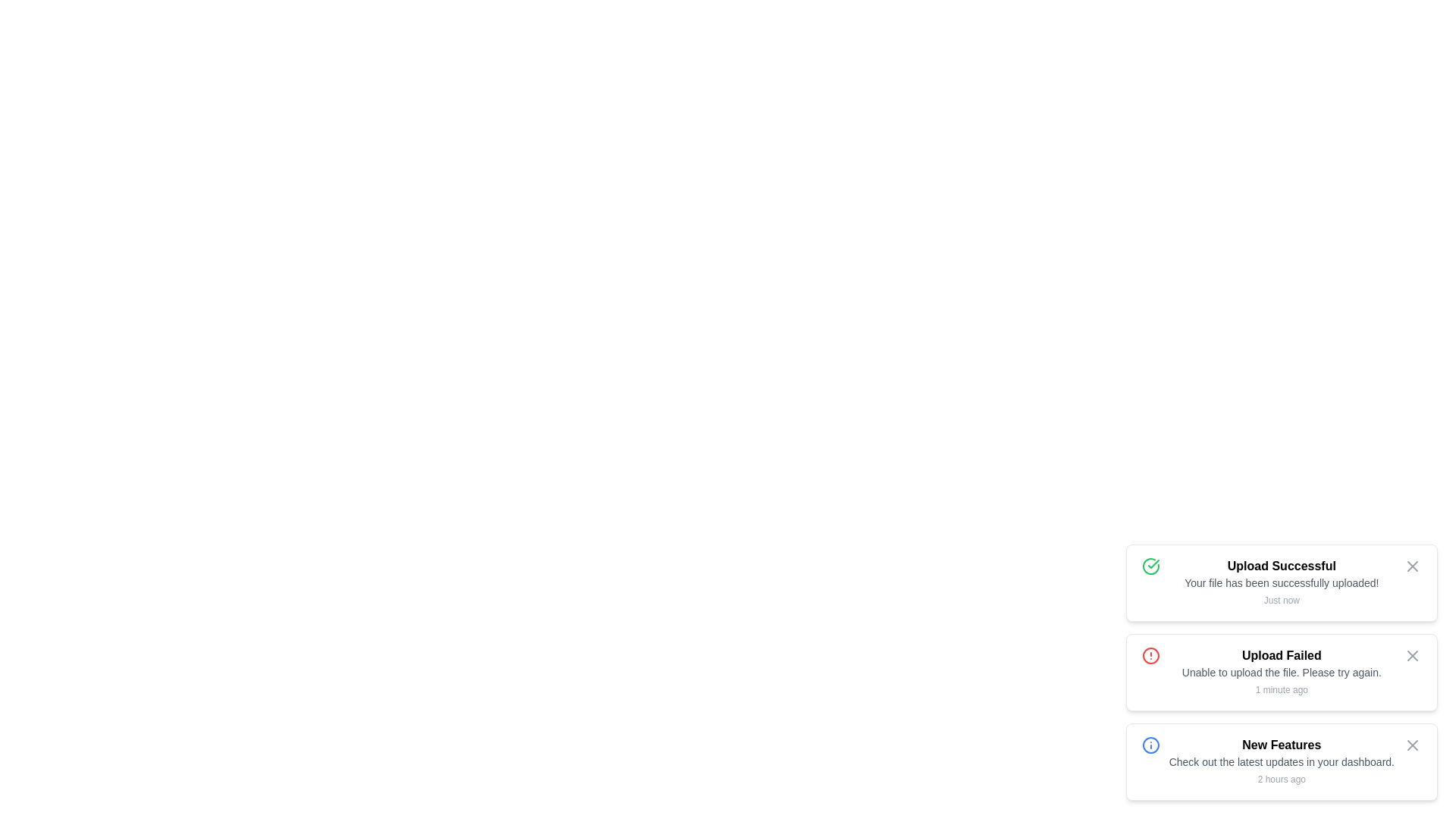  Describe the element at coordinates (1281, 582) in the screenshot. I see `the notification with title Upload Successful` at that location.